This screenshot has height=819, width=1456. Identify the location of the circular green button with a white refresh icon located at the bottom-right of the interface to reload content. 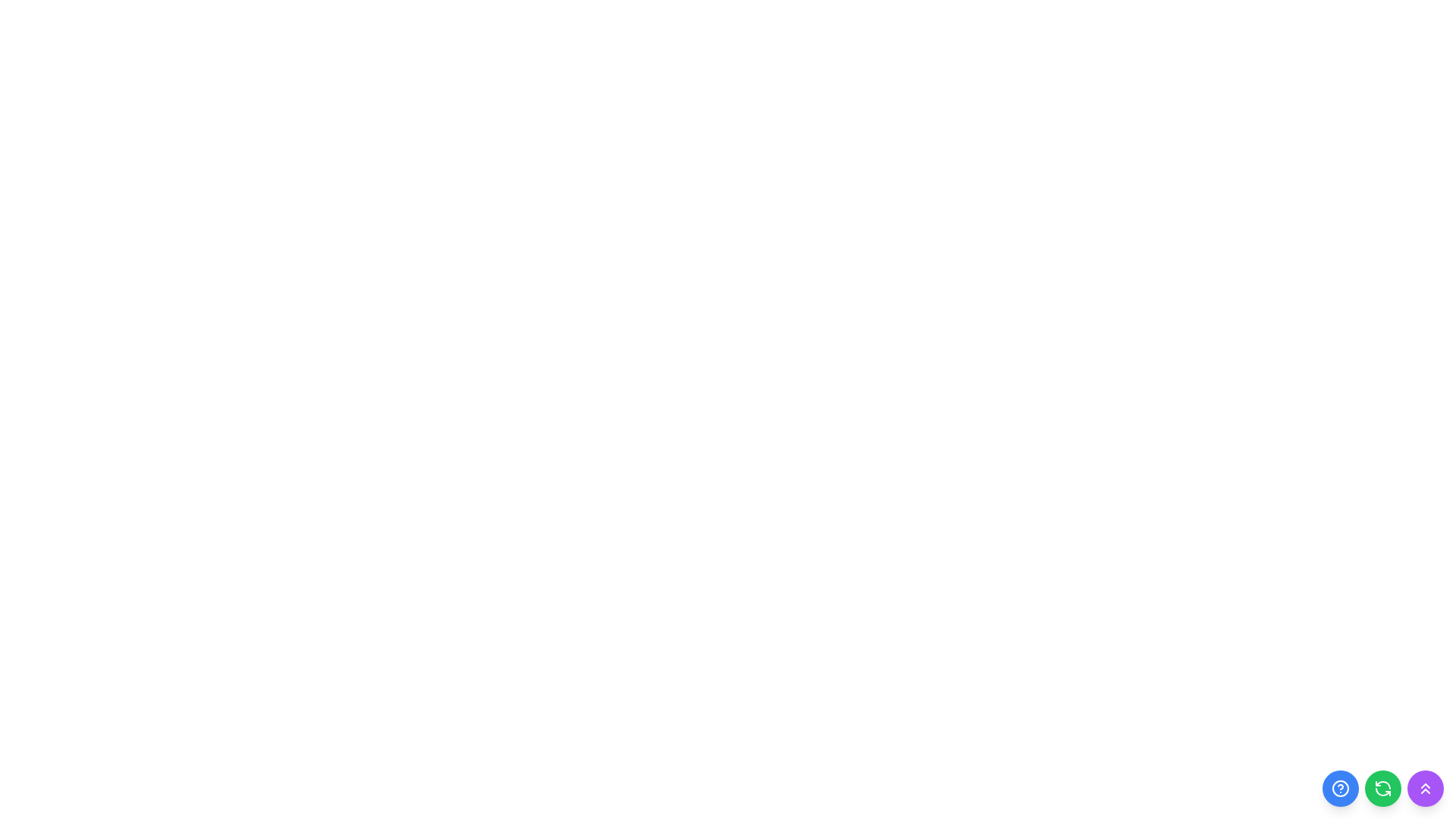
(1383, 788).